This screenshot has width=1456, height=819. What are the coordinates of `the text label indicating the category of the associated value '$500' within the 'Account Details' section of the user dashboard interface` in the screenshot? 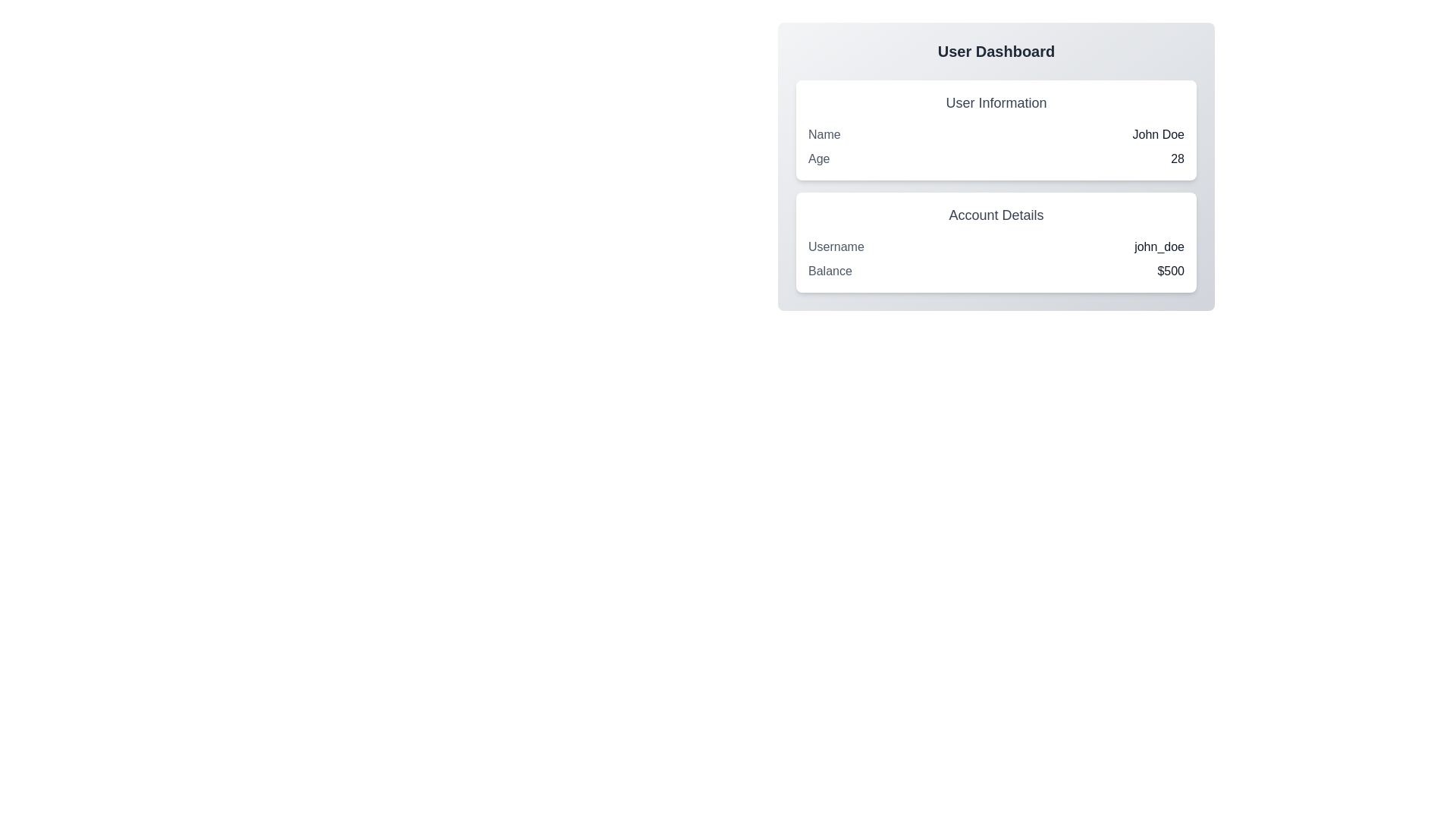 It's located at (829, 271).